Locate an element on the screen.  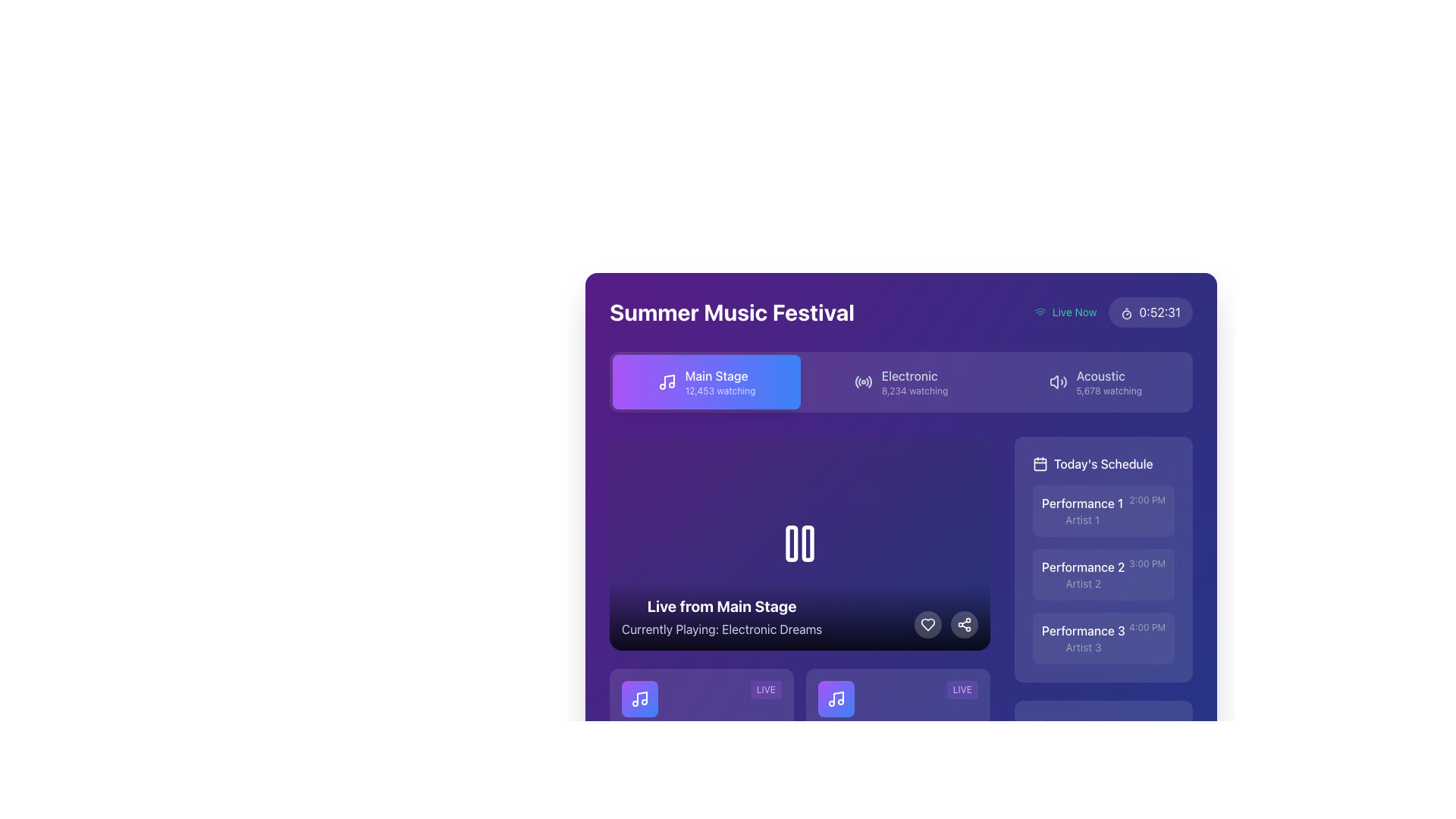
the text content of the 'Main Stage' information display, which shows the label and viewer count, located far left in the top horizontal group near the music icon is located at coordinates (720, 381).